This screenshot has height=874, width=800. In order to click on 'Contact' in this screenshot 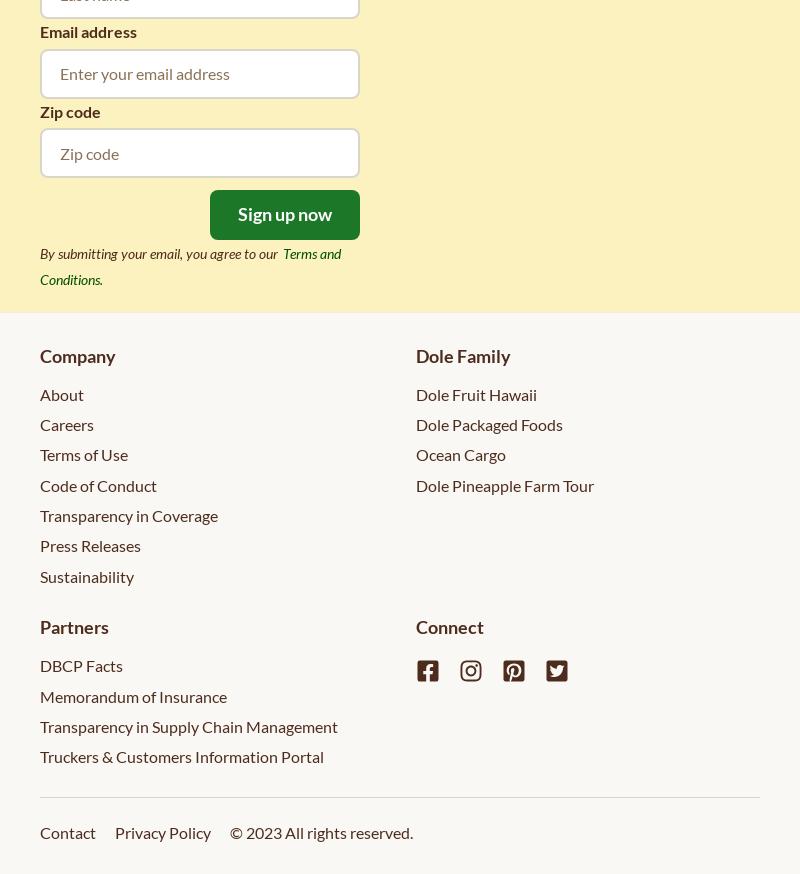, I will do `click(68, 831)`.